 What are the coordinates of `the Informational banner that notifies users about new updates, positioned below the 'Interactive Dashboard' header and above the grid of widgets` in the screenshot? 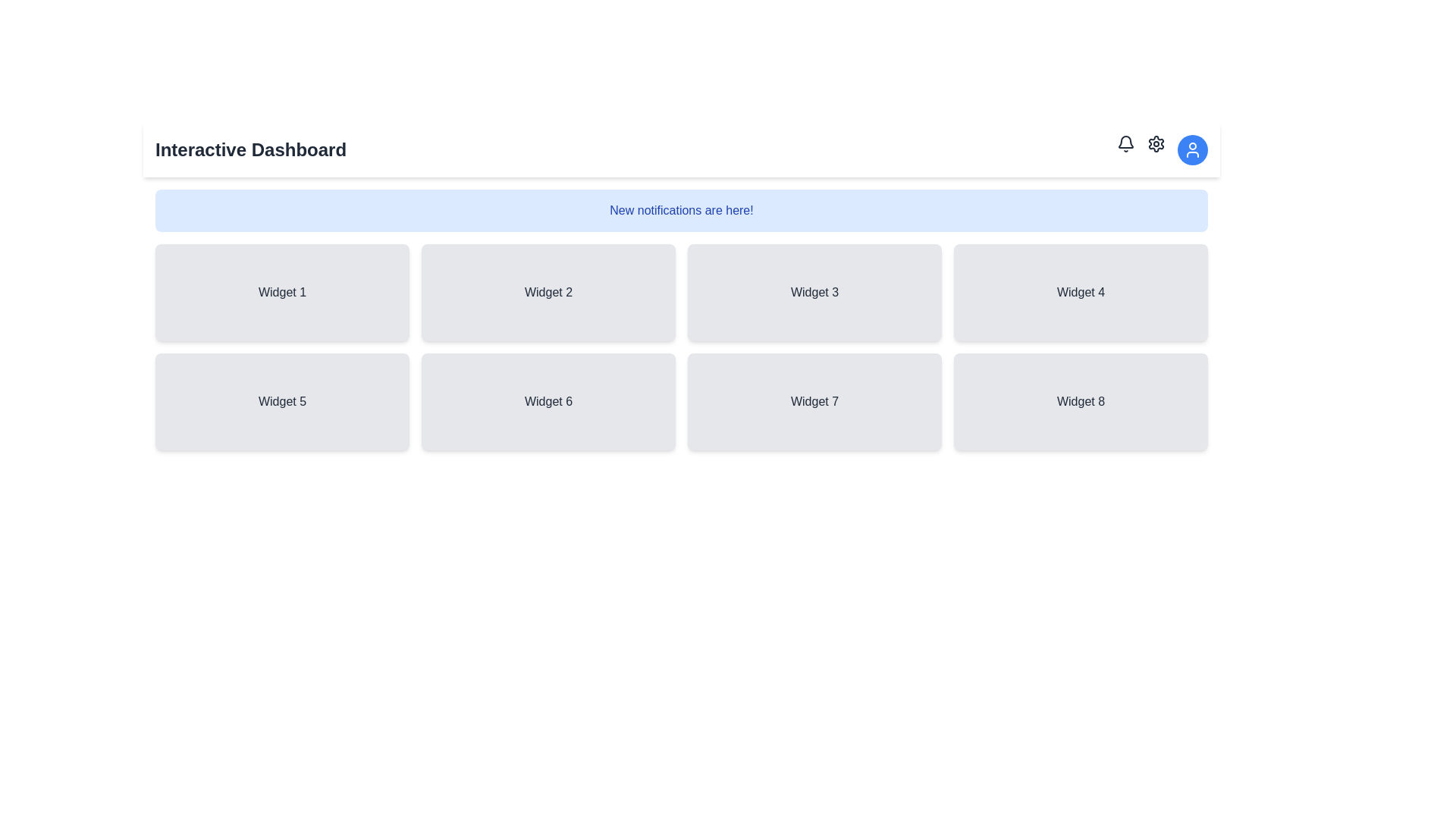 It's located at (680, 210).